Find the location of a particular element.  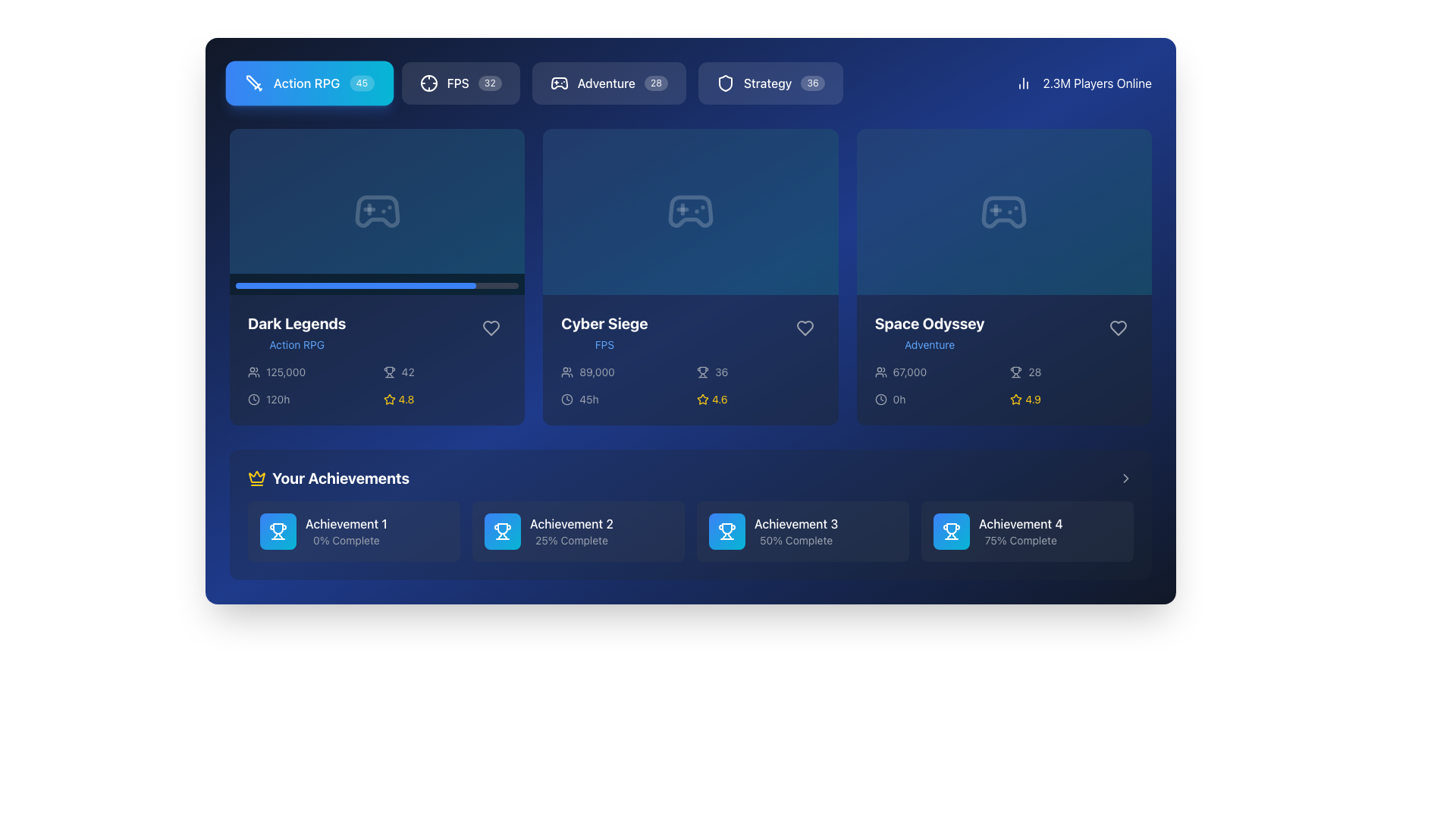

the progress bar is located at coordinates (458, 284).